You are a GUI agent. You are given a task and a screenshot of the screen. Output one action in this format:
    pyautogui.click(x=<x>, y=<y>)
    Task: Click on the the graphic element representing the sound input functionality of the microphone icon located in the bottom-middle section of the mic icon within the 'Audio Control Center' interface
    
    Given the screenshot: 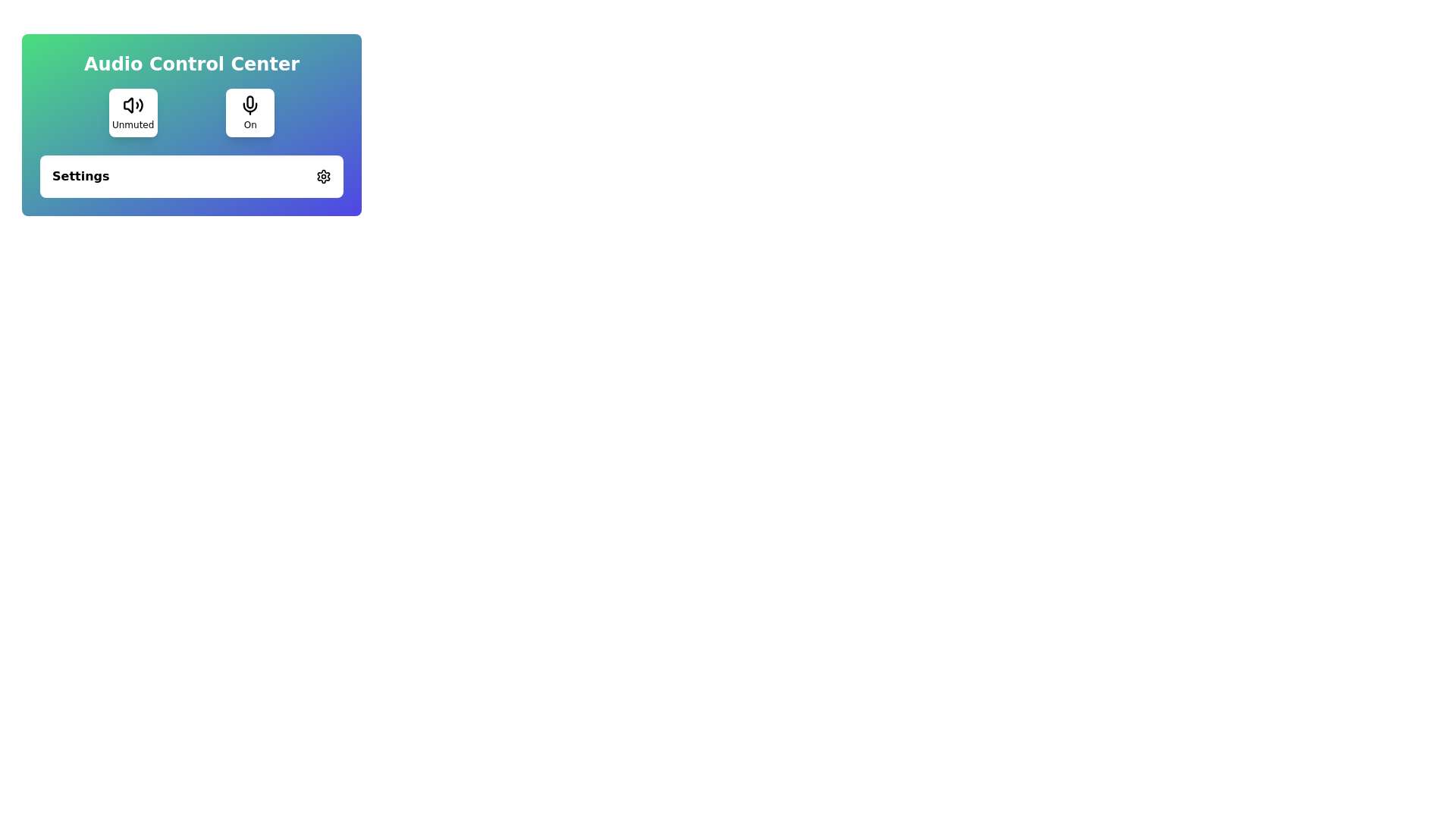 What is the action you would take?
    pyautogui.click(x=250, y=106)
    